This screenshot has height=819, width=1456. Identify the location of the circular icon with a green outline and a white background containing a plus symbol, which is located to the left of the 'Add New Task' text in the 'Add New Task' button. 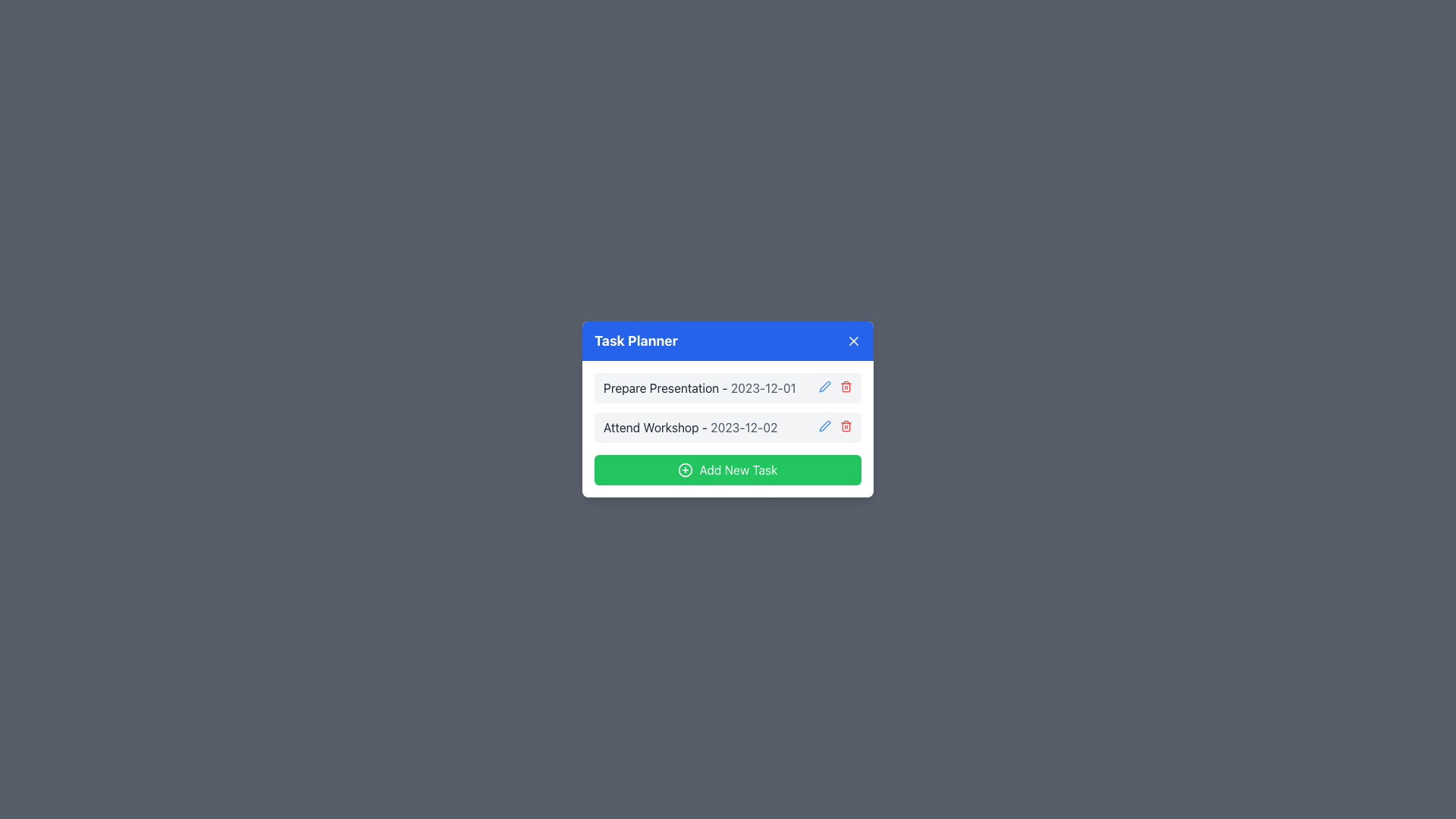
(685, 469).